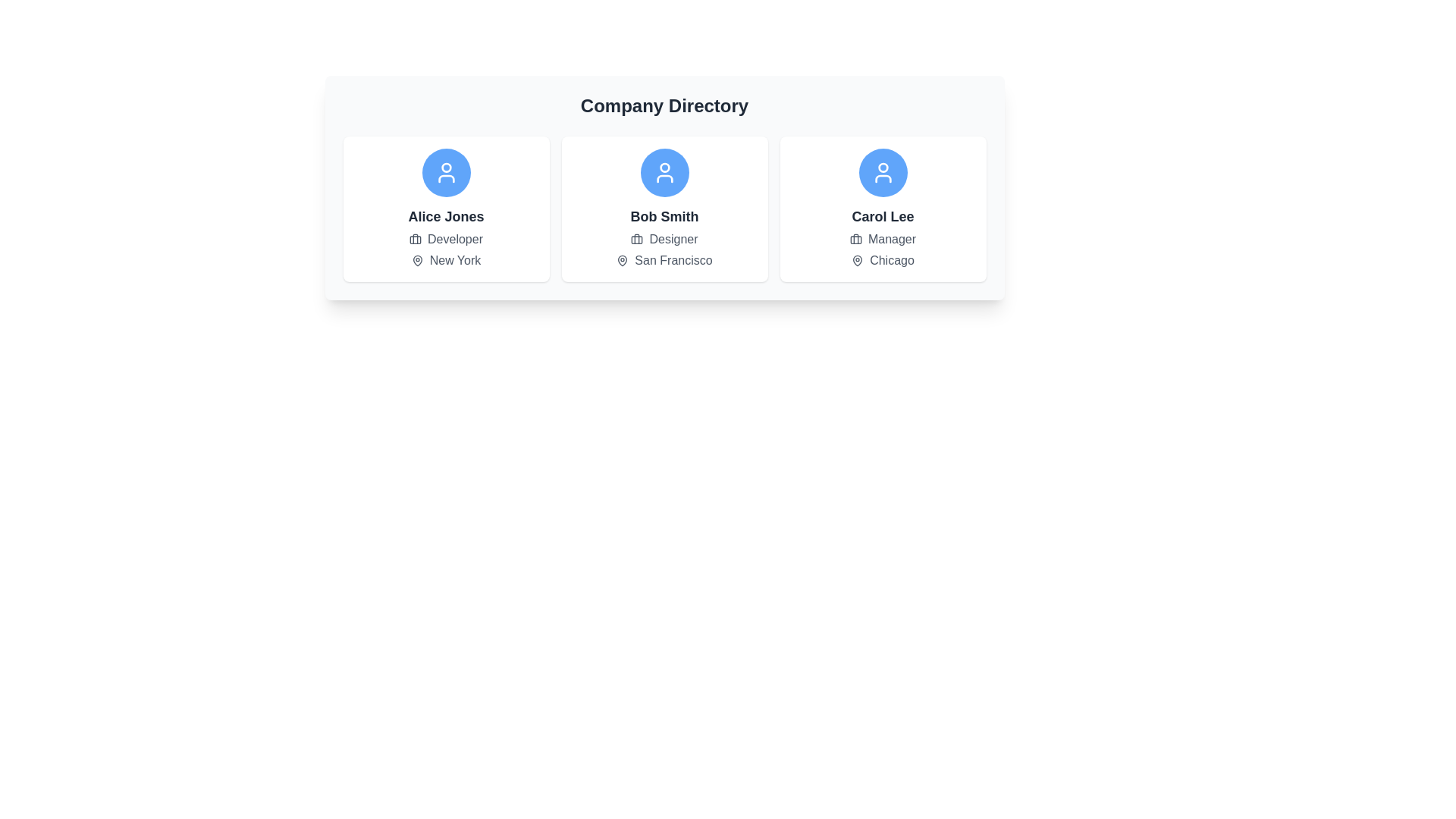 The width and height of the screenshot is (1456, 819). Describe the element at coordinates (858, 259) in the screenshot. I see `the pin-shaped location icon associated with the 'Chicago' label in Carol Lee's card` at that location.